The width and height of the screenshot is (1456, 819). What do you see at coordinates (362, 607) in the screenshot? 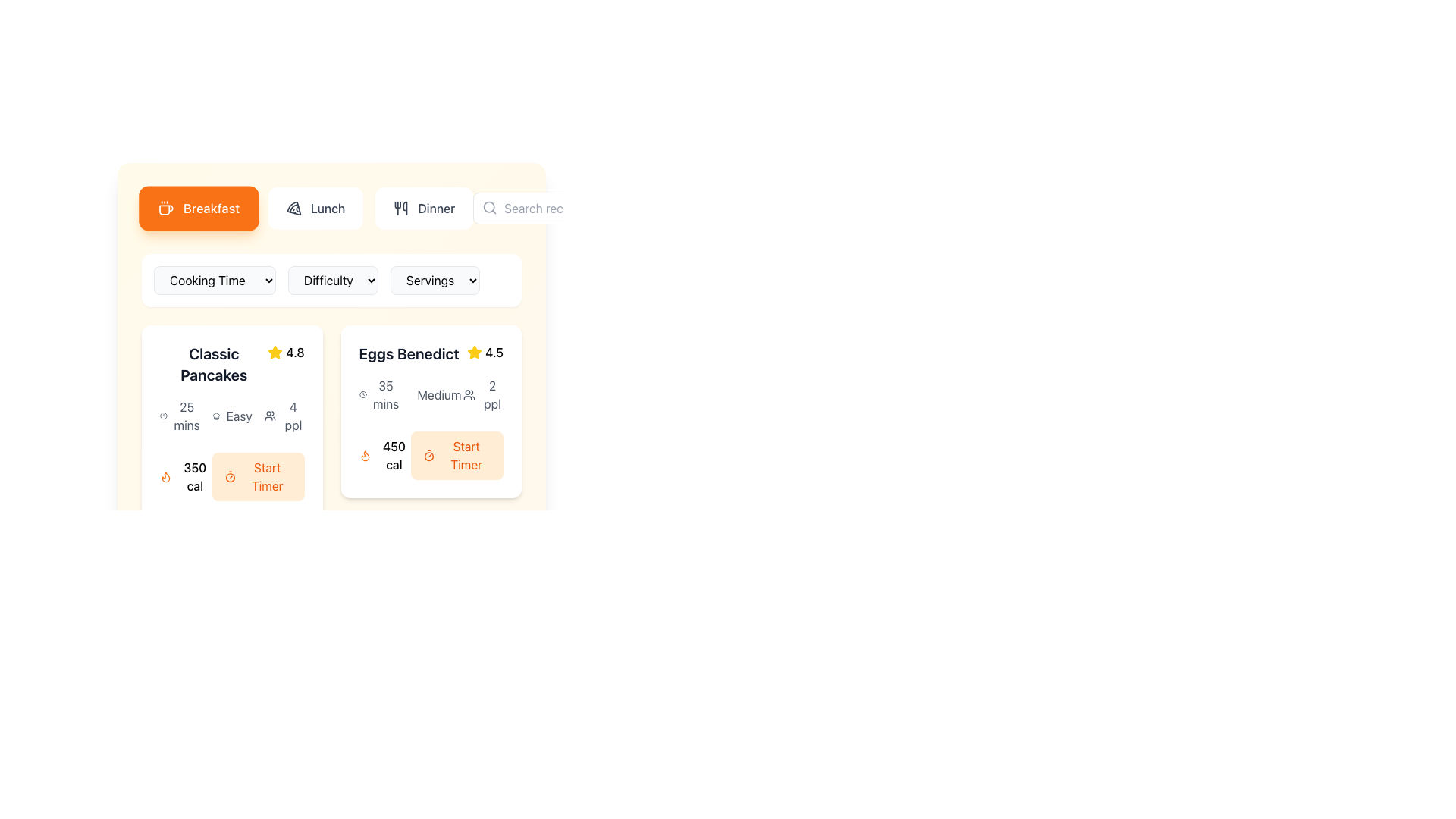
I see `the clock icon indicating the preparation time for the 'Classic Pancakes' recipe, positioned to the left of the text '20 mins'` at bounding box center [362, 607].